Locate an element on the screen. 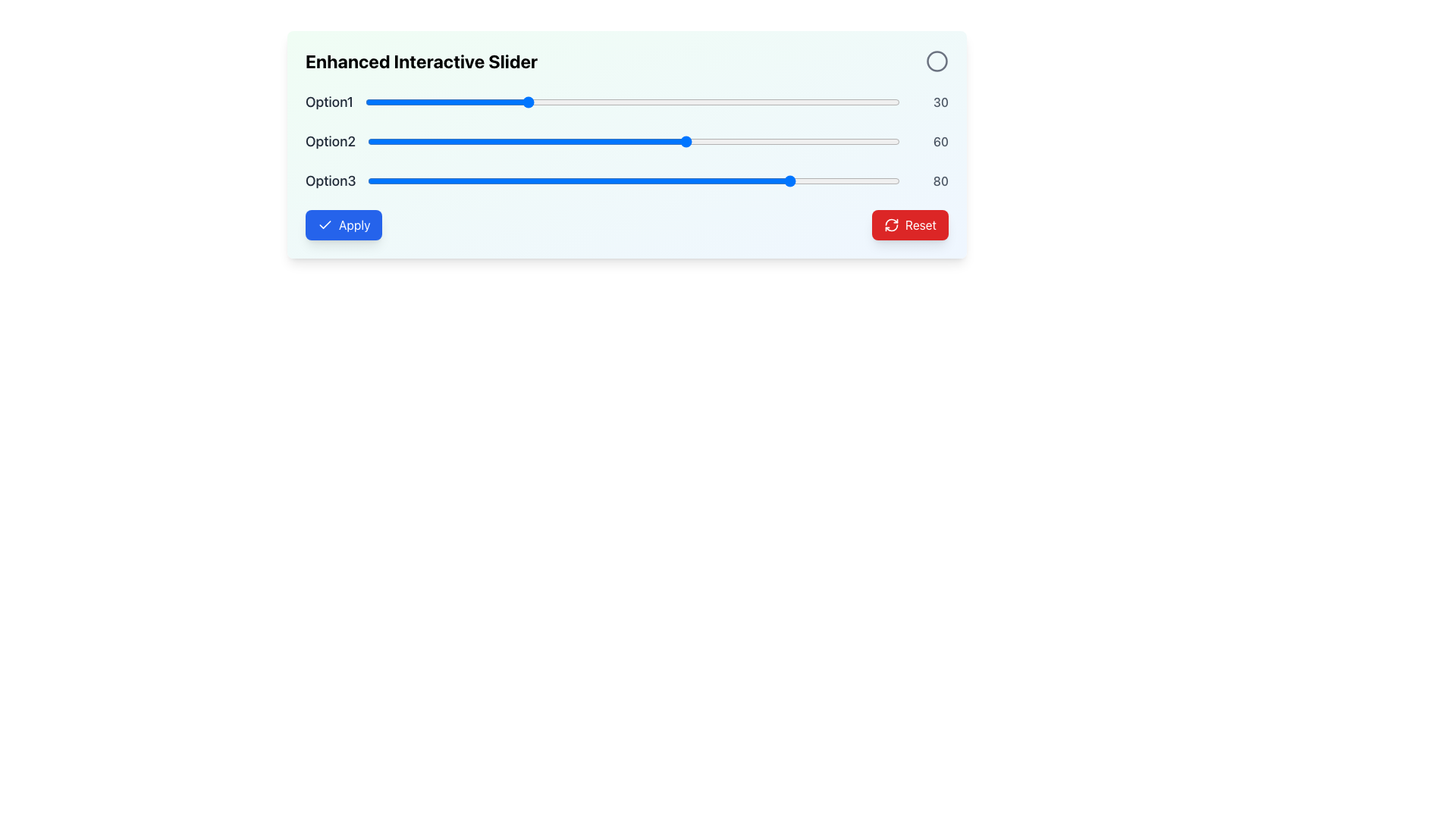 The height and width of the screenshot is (819, 1456). the slider is located at coordinates (777, 180).